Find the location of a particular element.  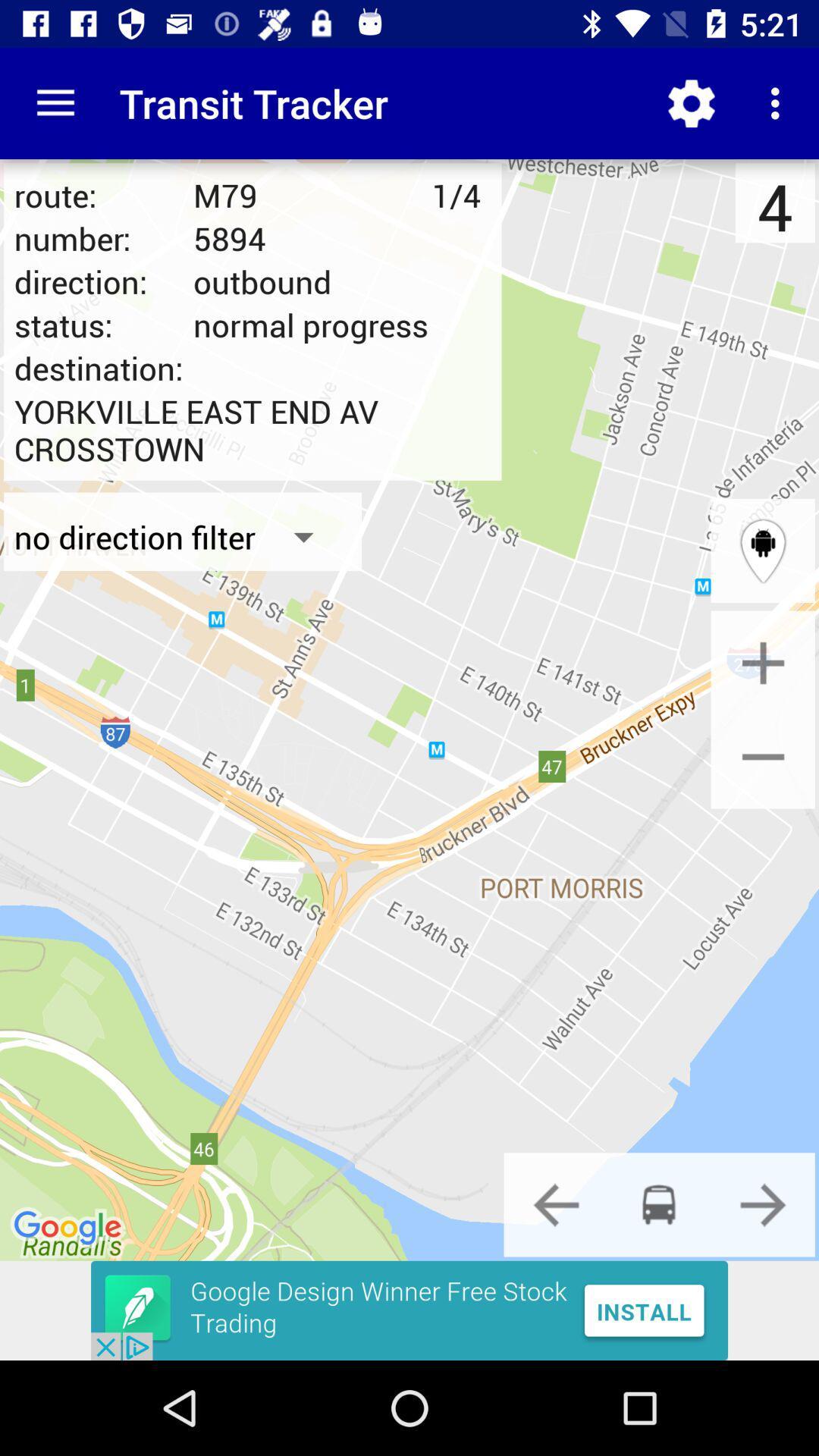

change view on a map is located at coordinates (763, 550).